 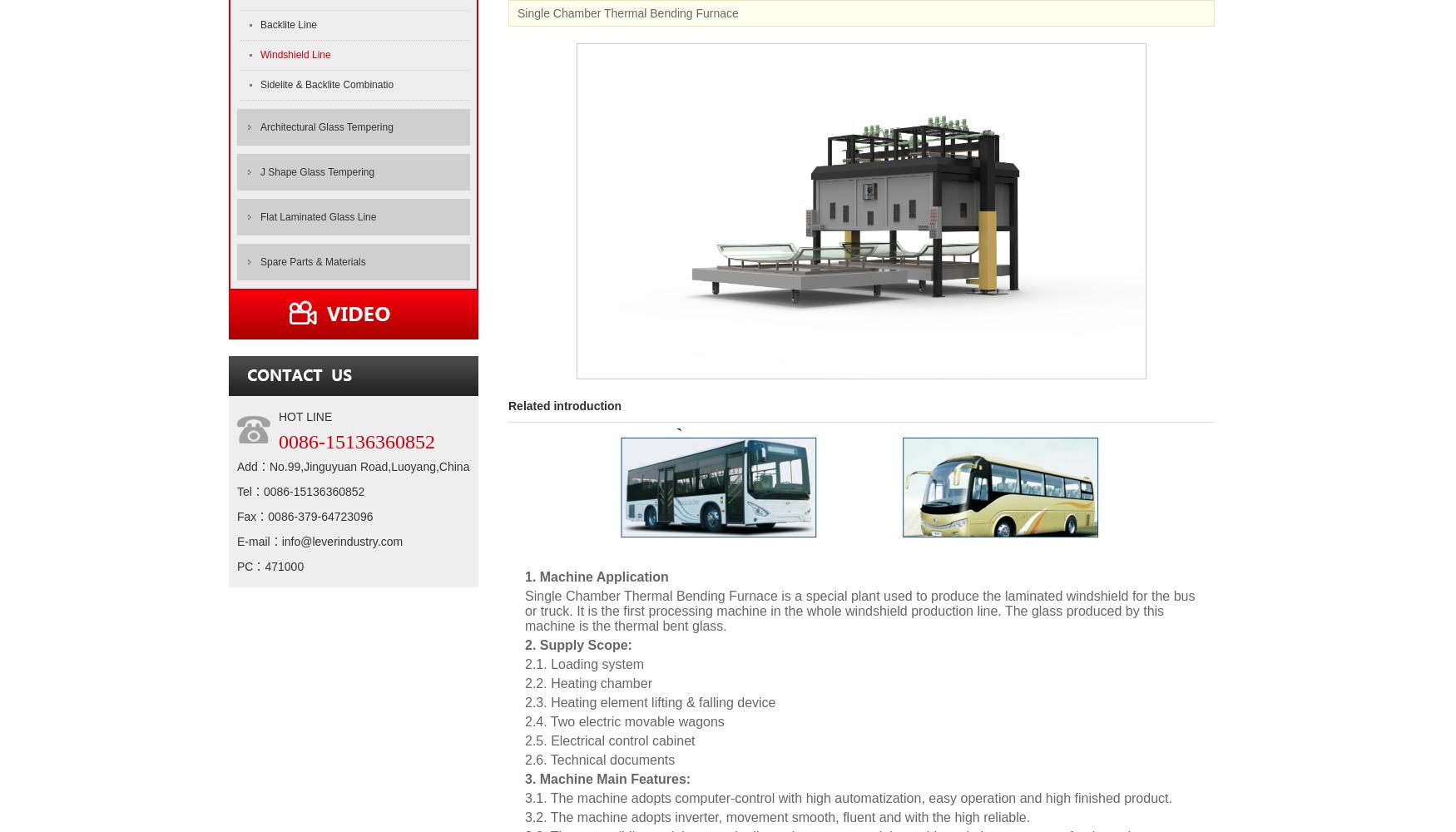 What do you see at coordinates (289, 25) in the screenshot?
I see `'Backlite Line'` at bounding box center [289, 25].